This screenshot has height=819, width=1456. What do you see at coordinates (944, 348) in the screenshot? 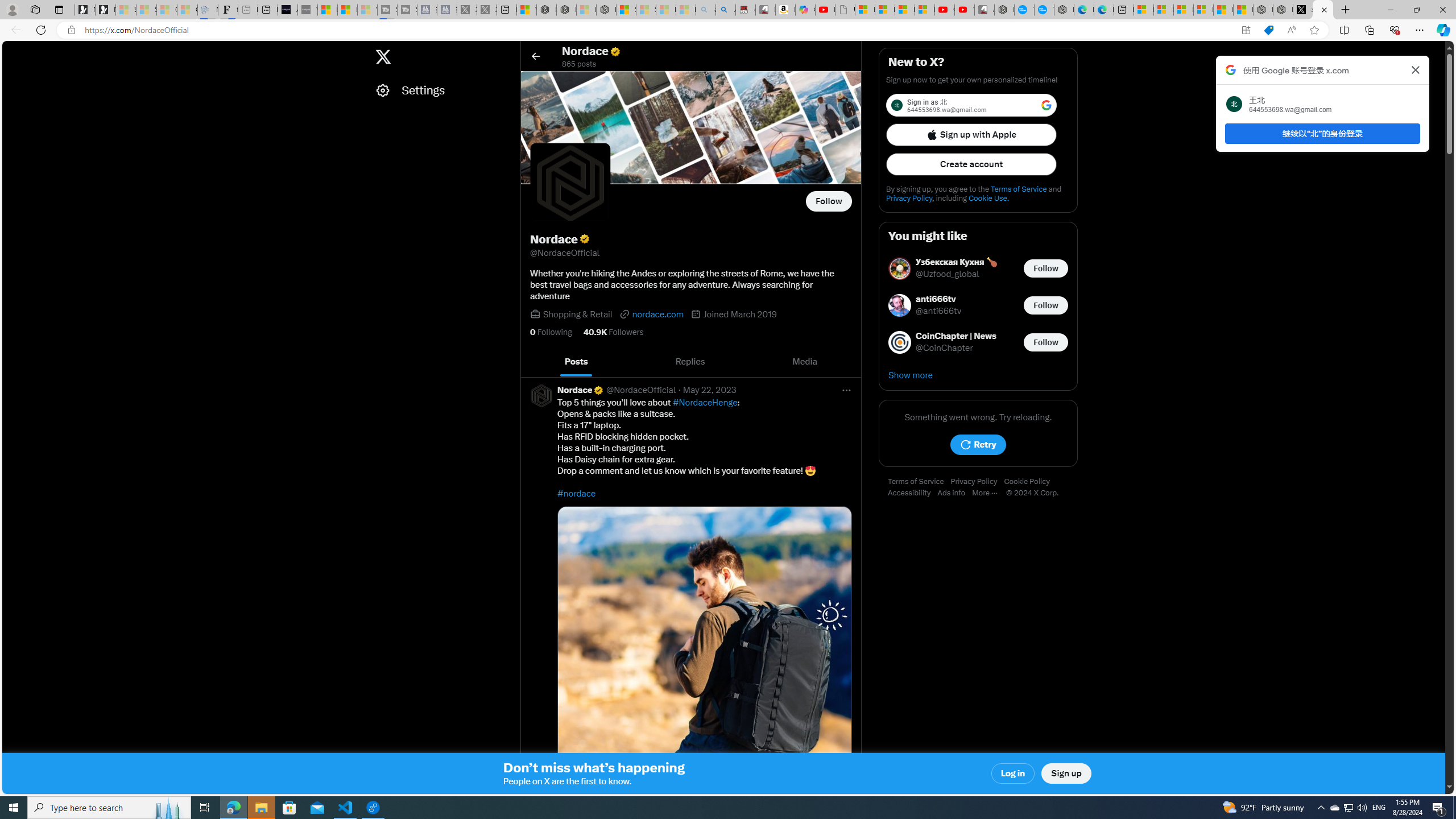
I see `'@CoinChapter'` at bounding box center [944, 348].